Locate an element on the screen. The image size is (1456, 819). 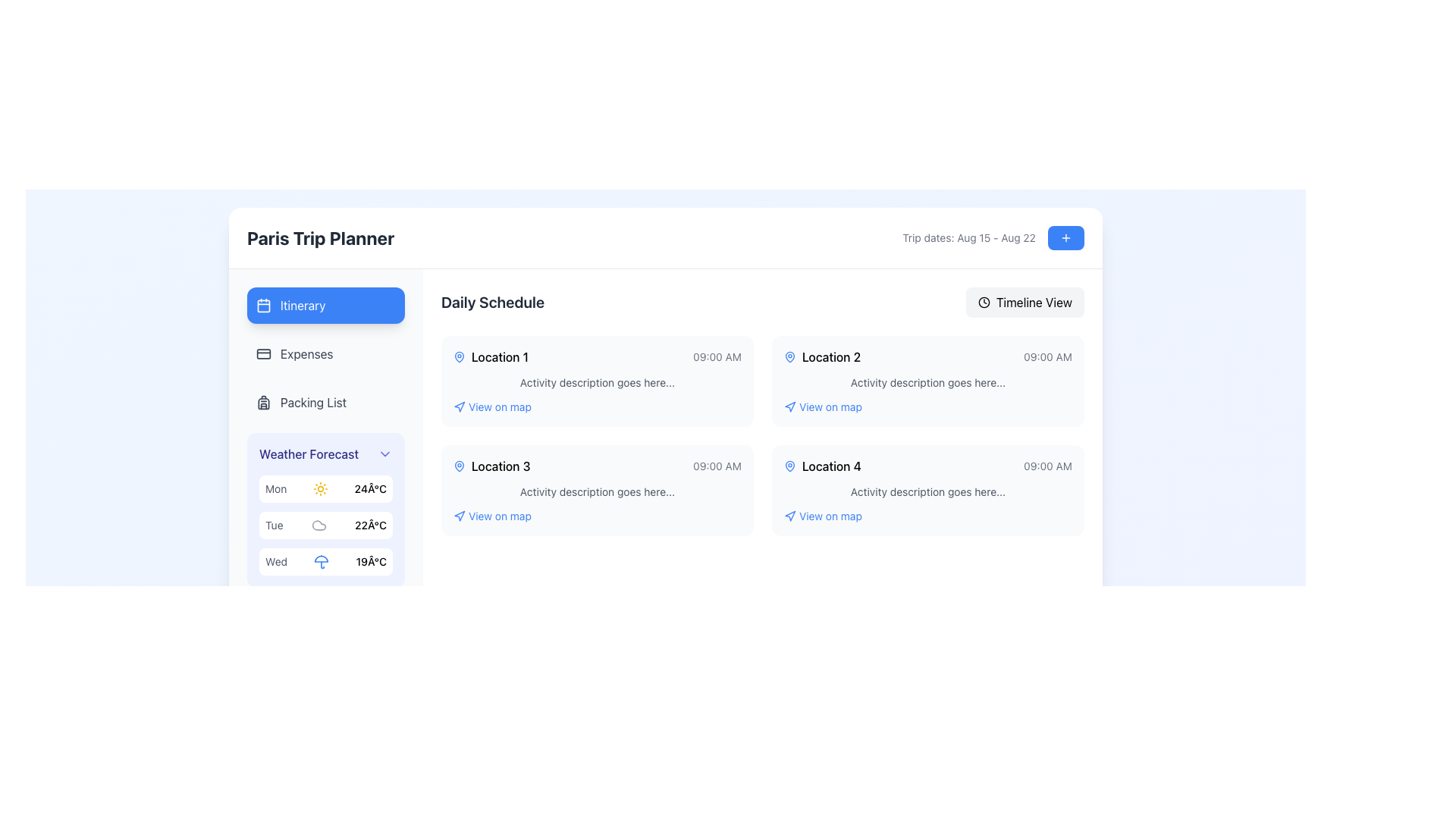
the circular clock icon on the top-right corner of the interface is located at coordinates (984, 302).